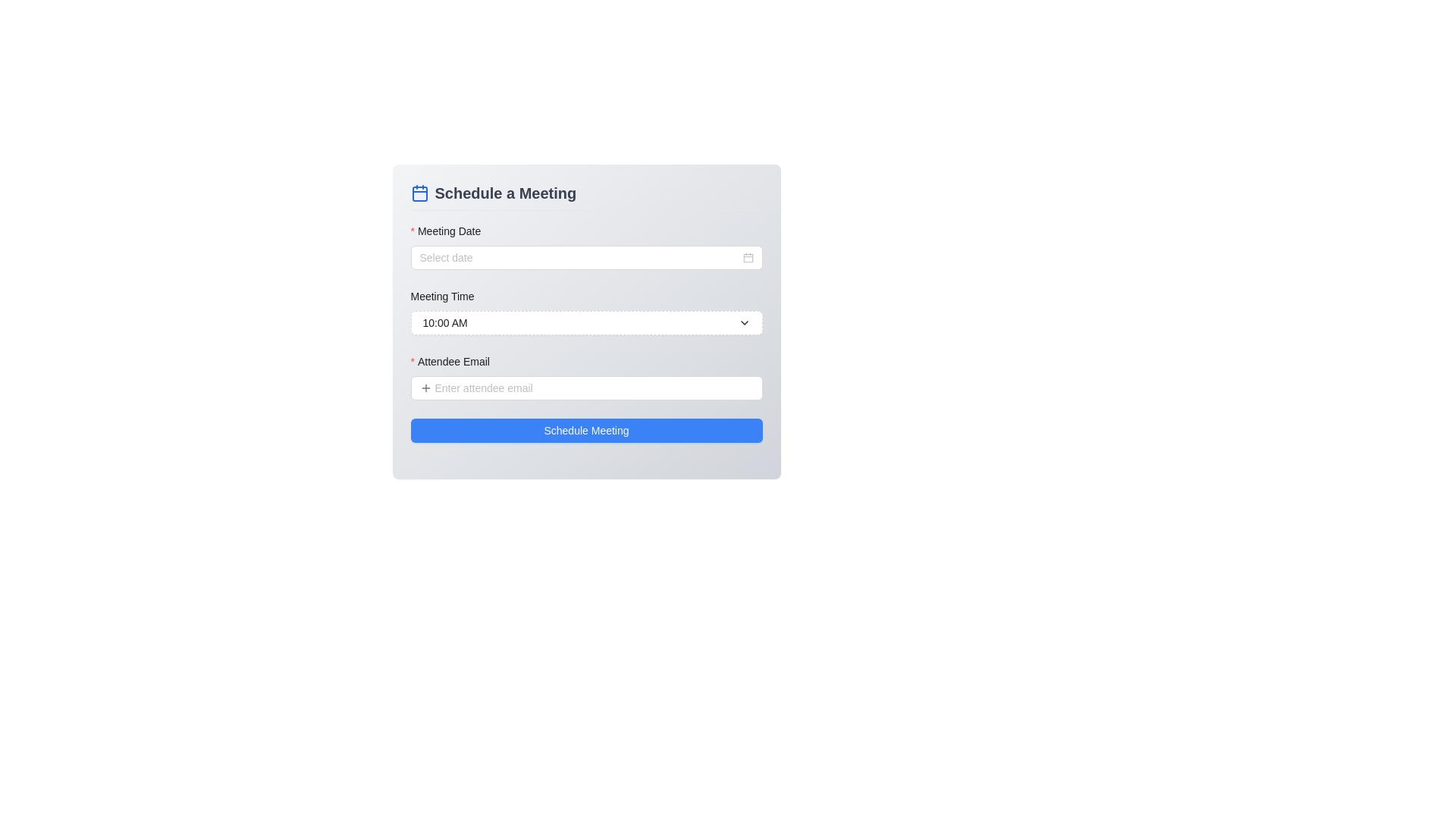  I want to click on the blue button labeled 'Schedule Meeting', so click(585, 430).